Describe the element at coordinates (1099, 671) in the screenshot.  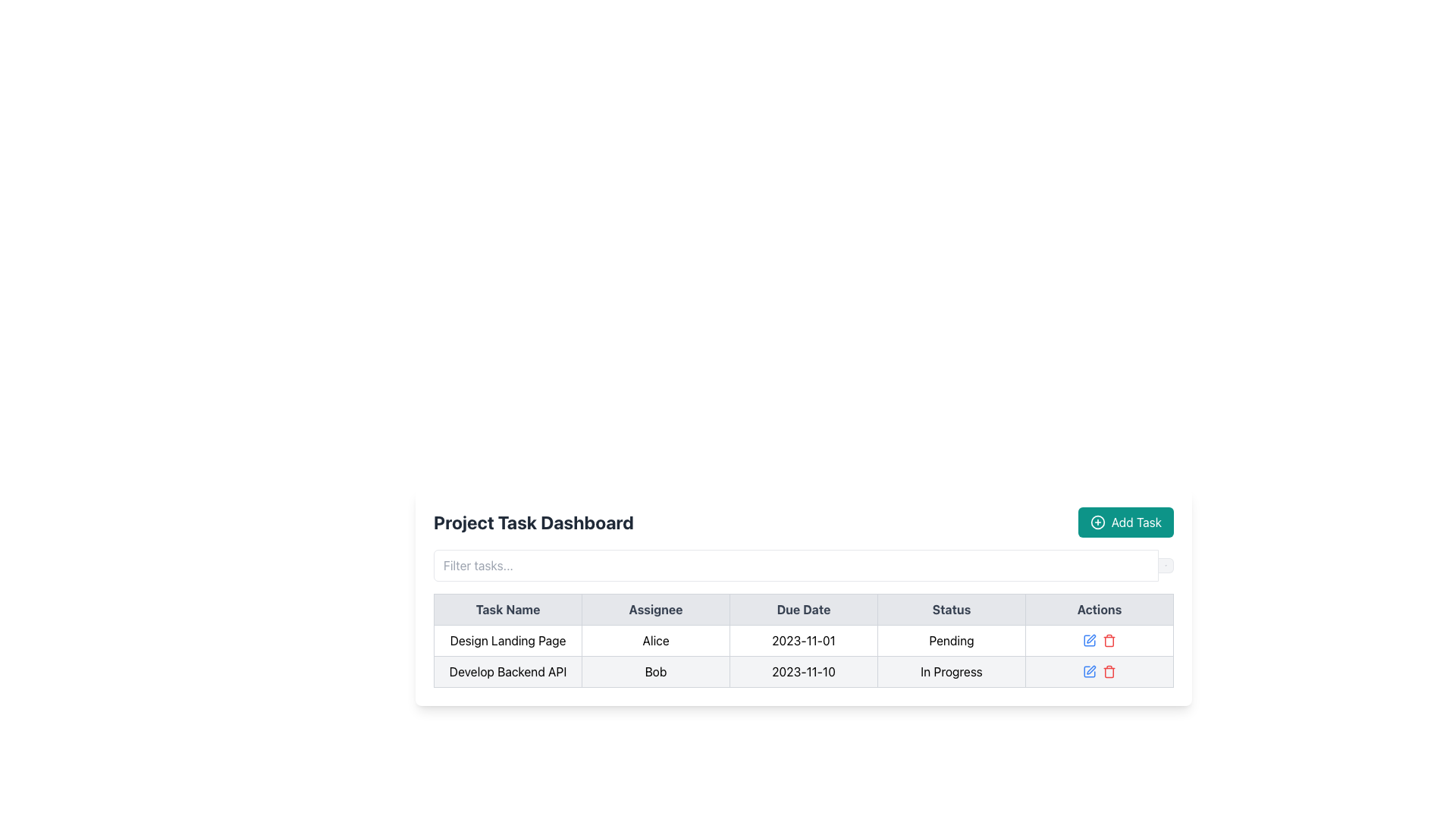
I see `the red trash bin icon in the Actions column of the second row of the table` at that location.